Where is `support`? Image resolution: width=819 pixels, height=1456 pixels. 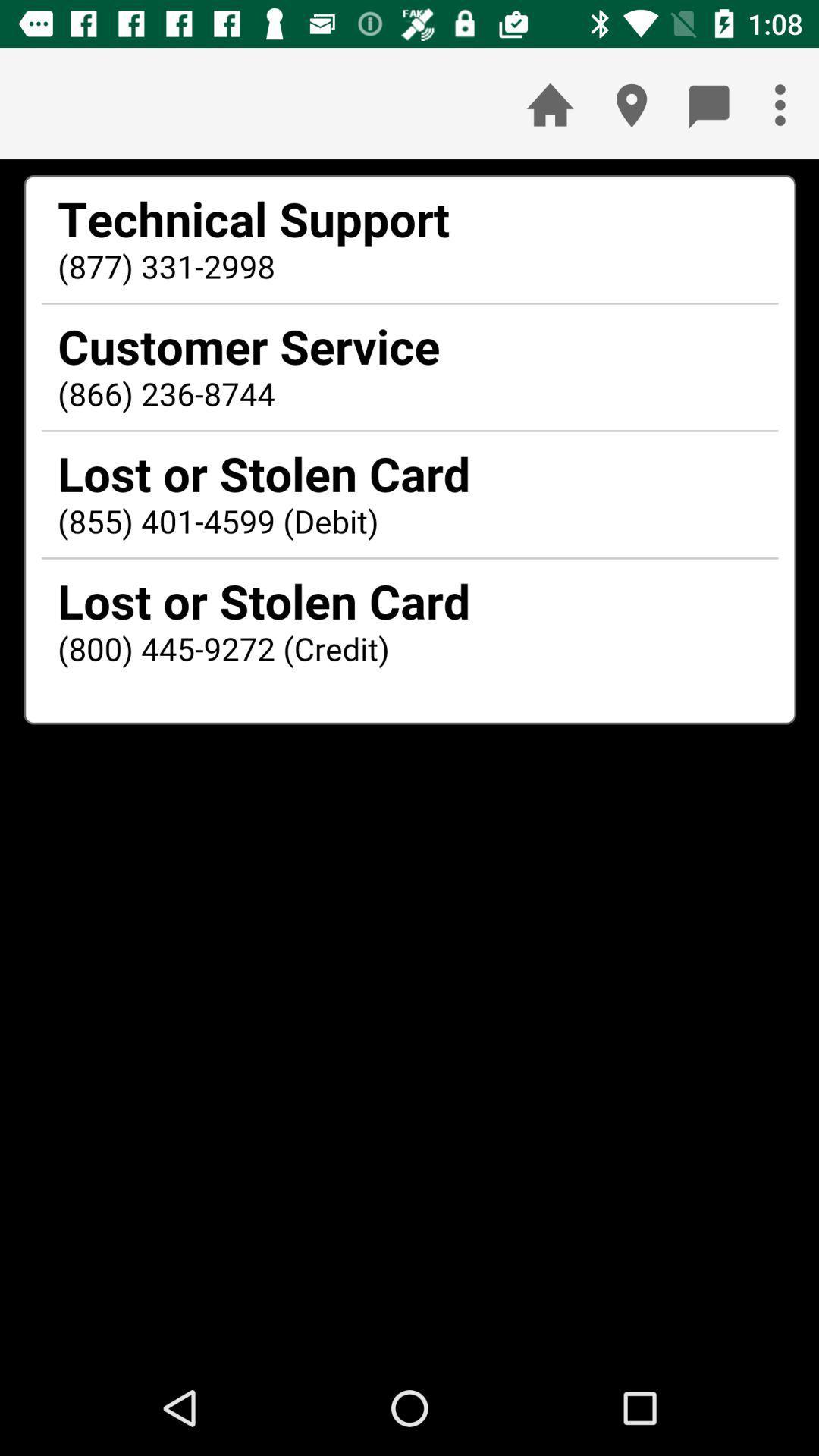 support is located at coordinates (409, 760).